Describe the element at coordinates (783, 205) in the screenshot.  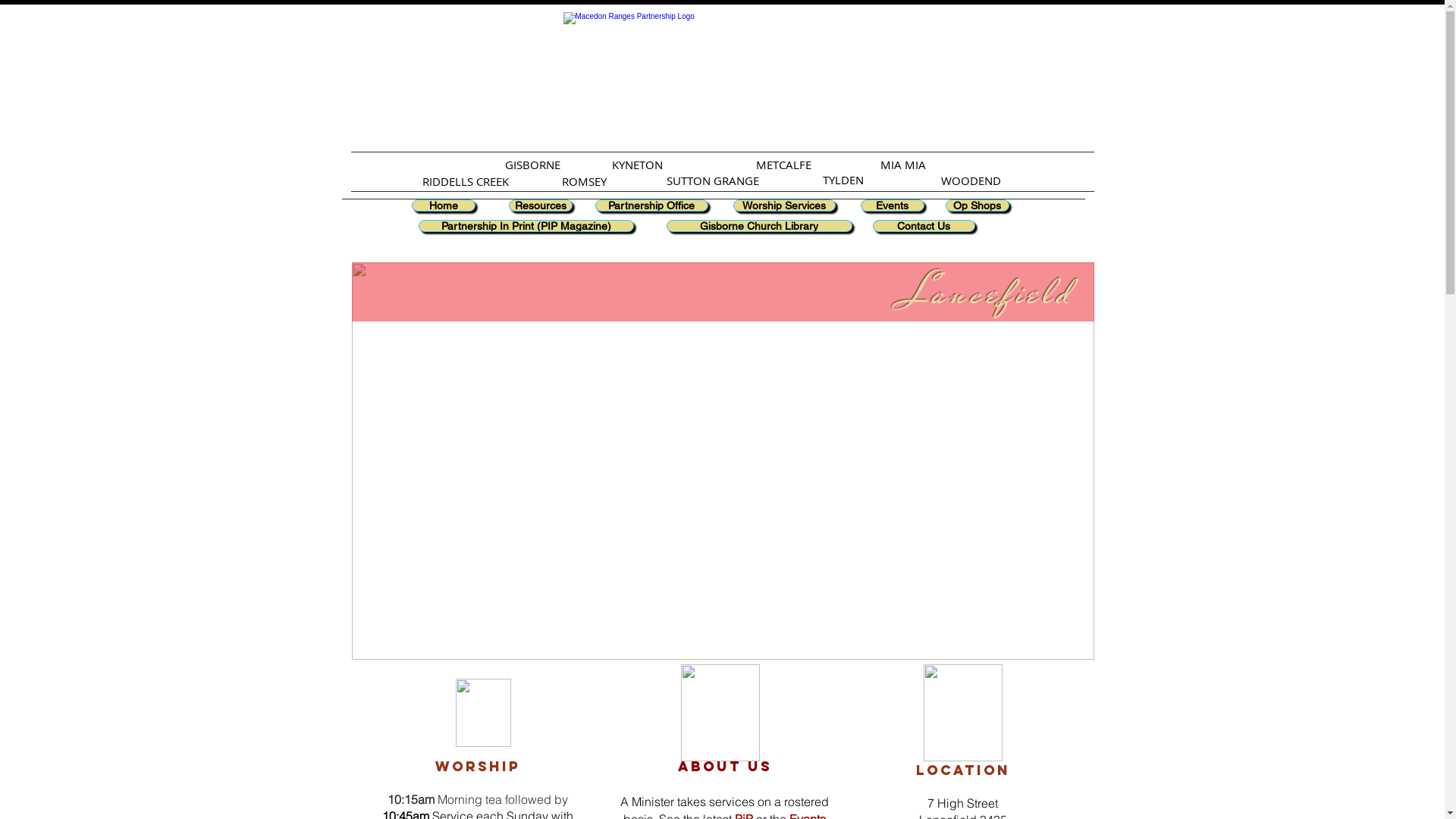
I see `'Worship Services'` at that location.